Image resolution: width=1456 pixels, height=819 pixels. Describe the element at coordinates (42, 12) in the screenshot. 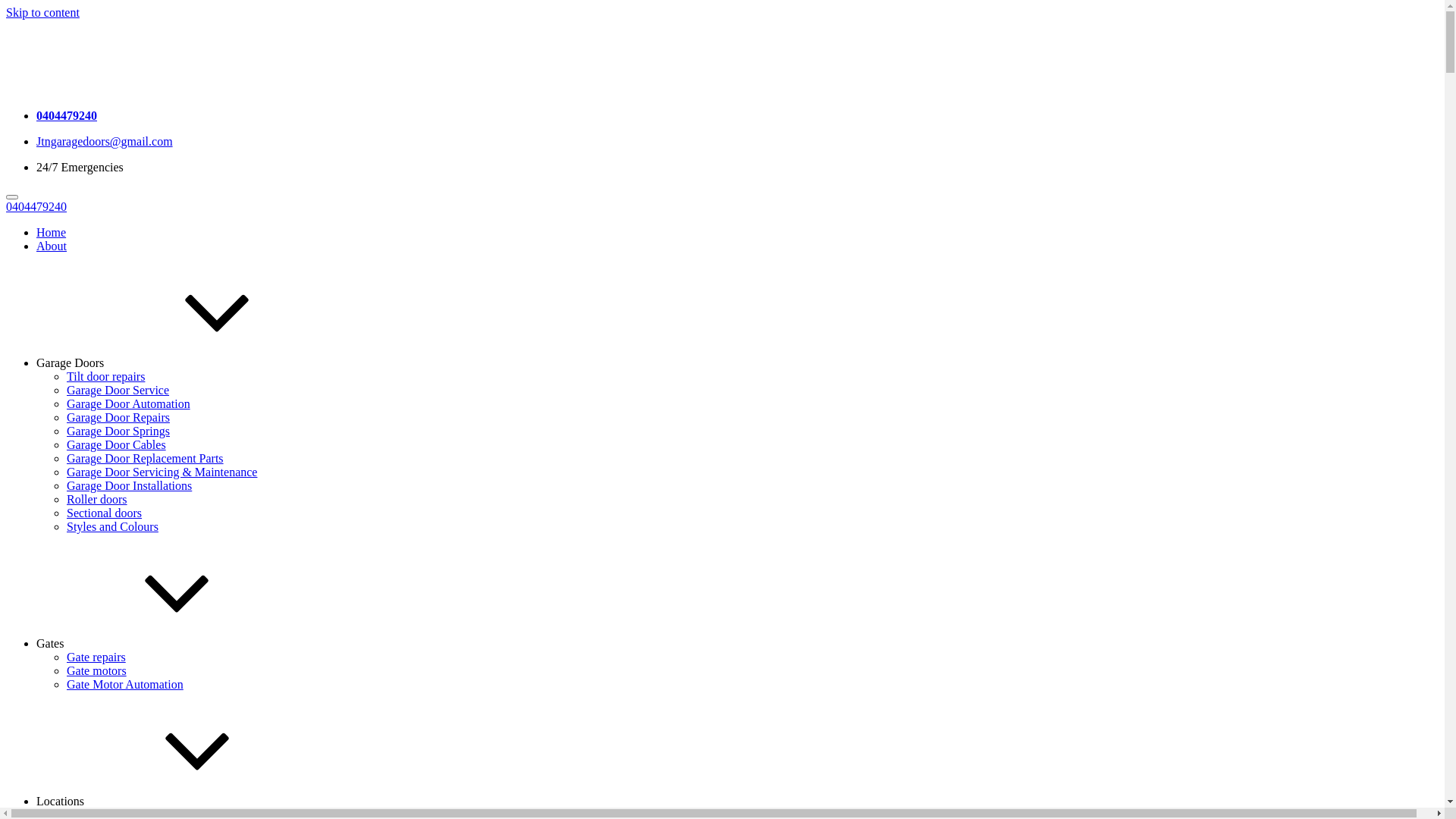

I see `'Skip to content'` at that location.